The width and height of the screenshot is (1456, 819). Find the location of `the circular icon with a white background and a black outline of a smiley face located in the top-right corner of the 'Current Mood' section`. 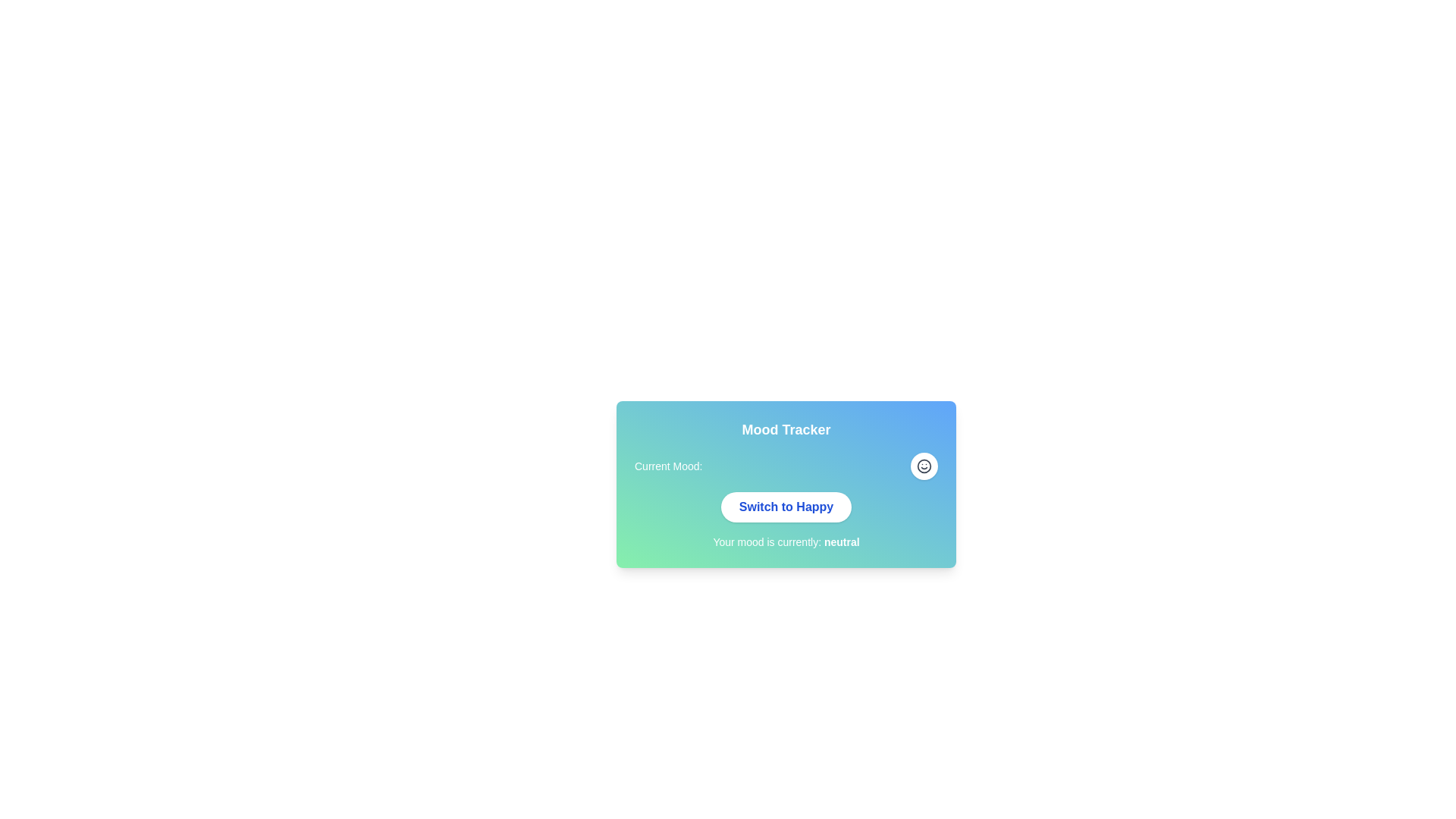

the circular icon with a white background and a black outline of a smiley face located in the top-right corner of the 'Current Mood' section is located at coordinates (924, 465).